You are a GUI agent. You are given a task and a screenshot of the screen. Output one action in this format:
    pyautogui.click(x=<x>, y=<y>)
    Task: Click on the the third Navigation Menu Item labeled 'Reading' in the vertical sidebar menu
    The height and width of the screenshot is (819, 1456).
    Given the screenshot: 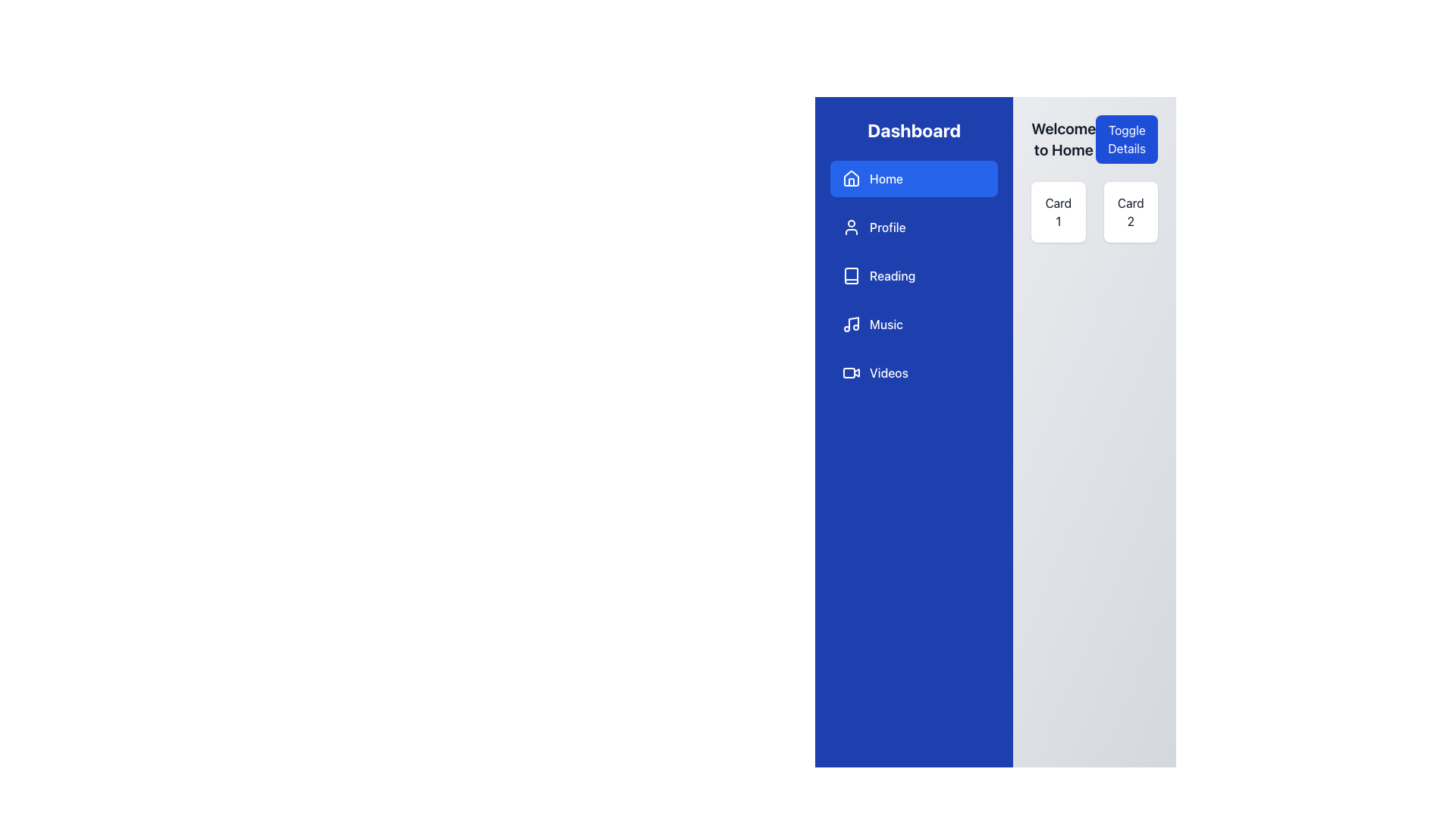 What is the action you would take?
    pyautogui.click(x=913, y=275)
    